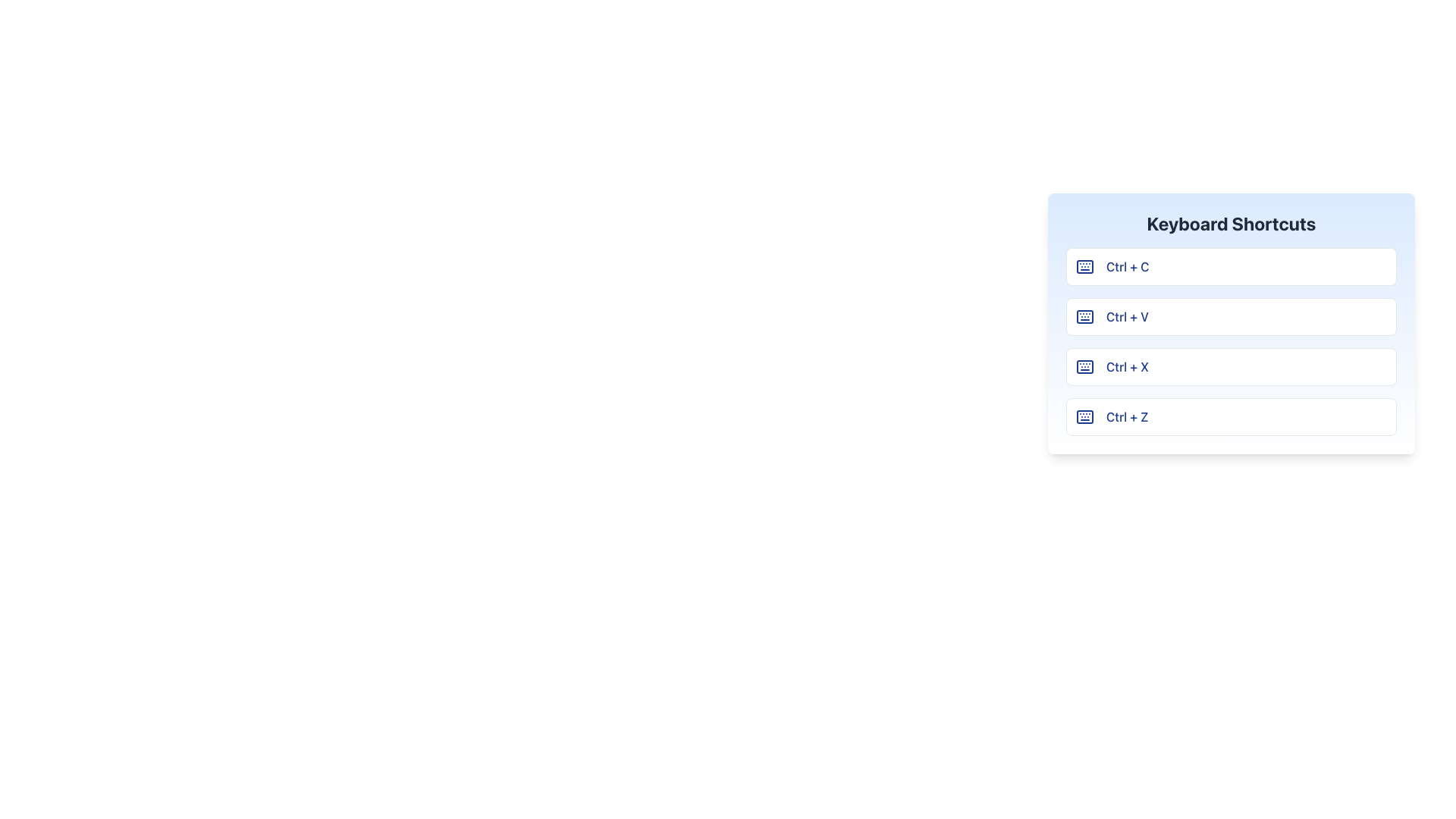 This screenshot has height=819, width=1456. What do you see at coordinates (1127, 417) in the screenshot?
I see `the 'Ctrl + Z' text label in the Keyboard Shortcuts panel, which indicates the Undo operation` at bounding box center [1127, 417].